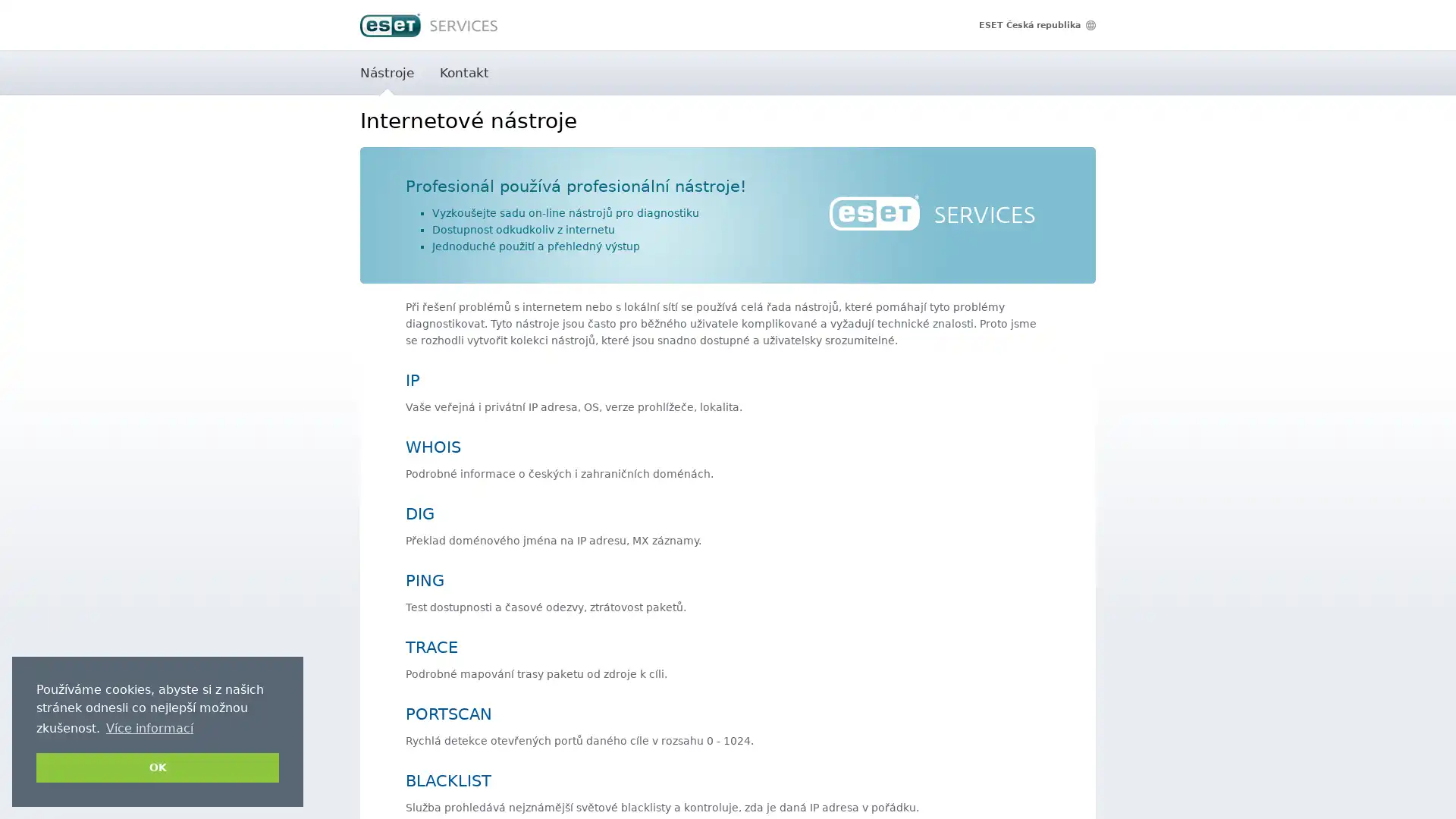  I want to click on dismiss cookie message, so click(157, 767).